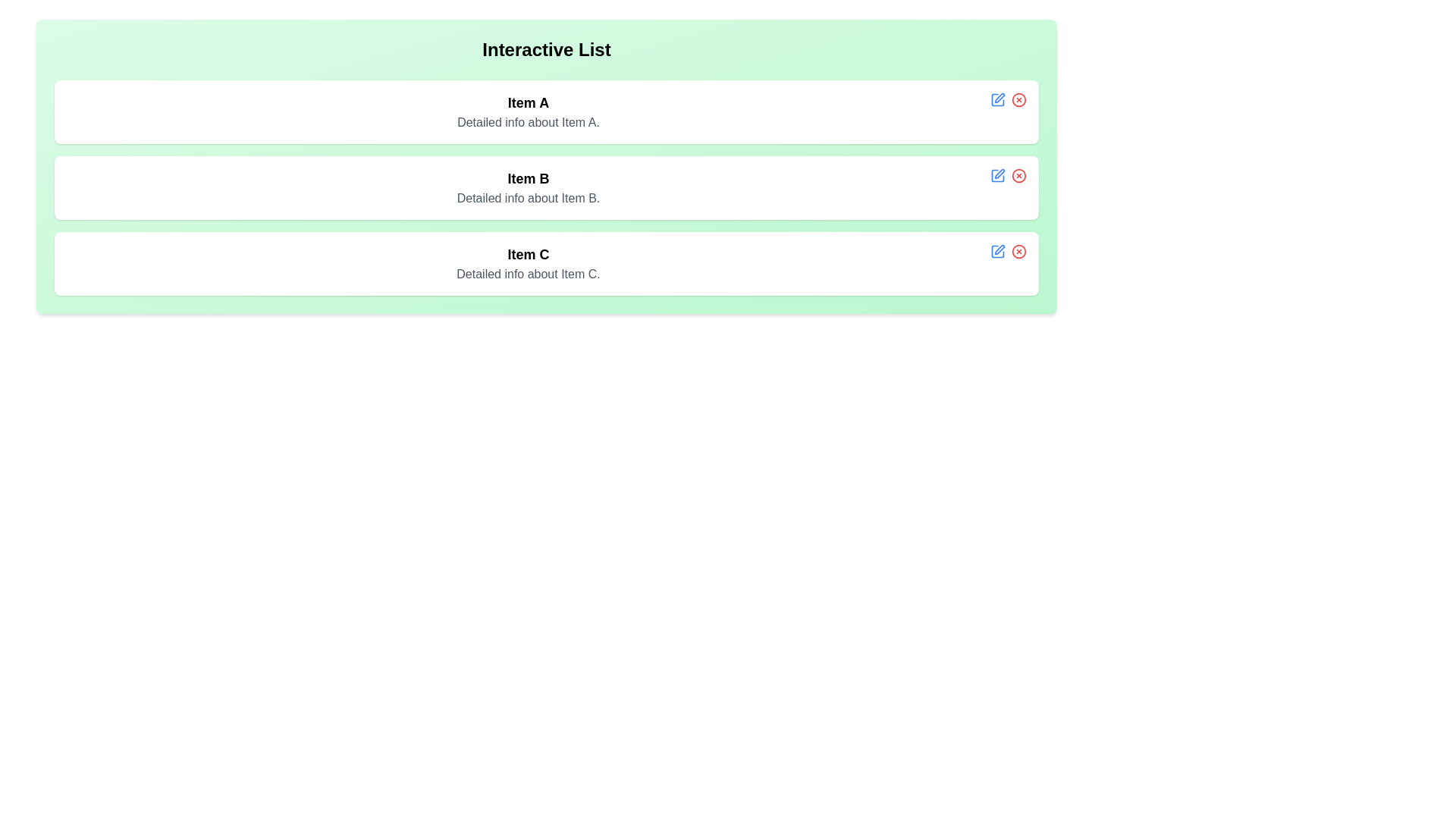 The image size is (1456, 819). Describe the element at coordinates (999, 173) in the screenshot. I see `the pending action icon button, which is a small pen icon in the second row of the interactive list, to possibly see a tooltip` at that location.